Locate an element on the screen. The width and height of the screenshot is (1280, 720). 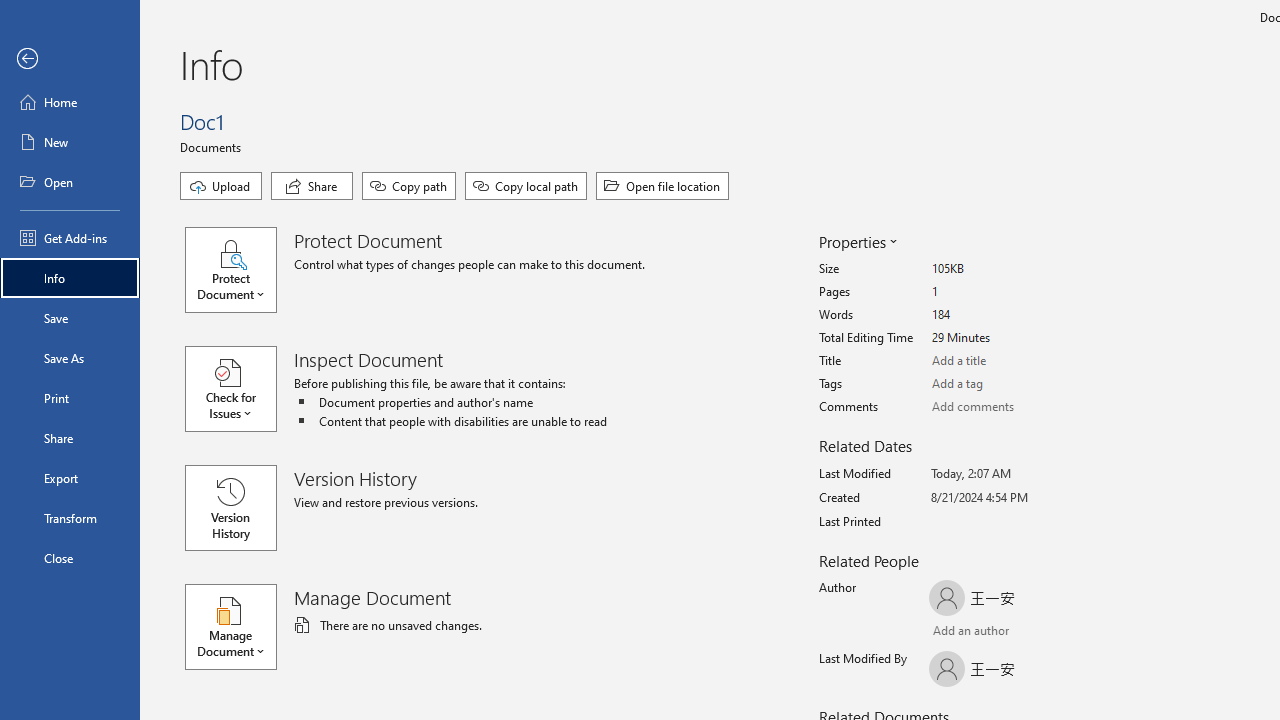
'Copy path' is located at coordinates (407, 186).